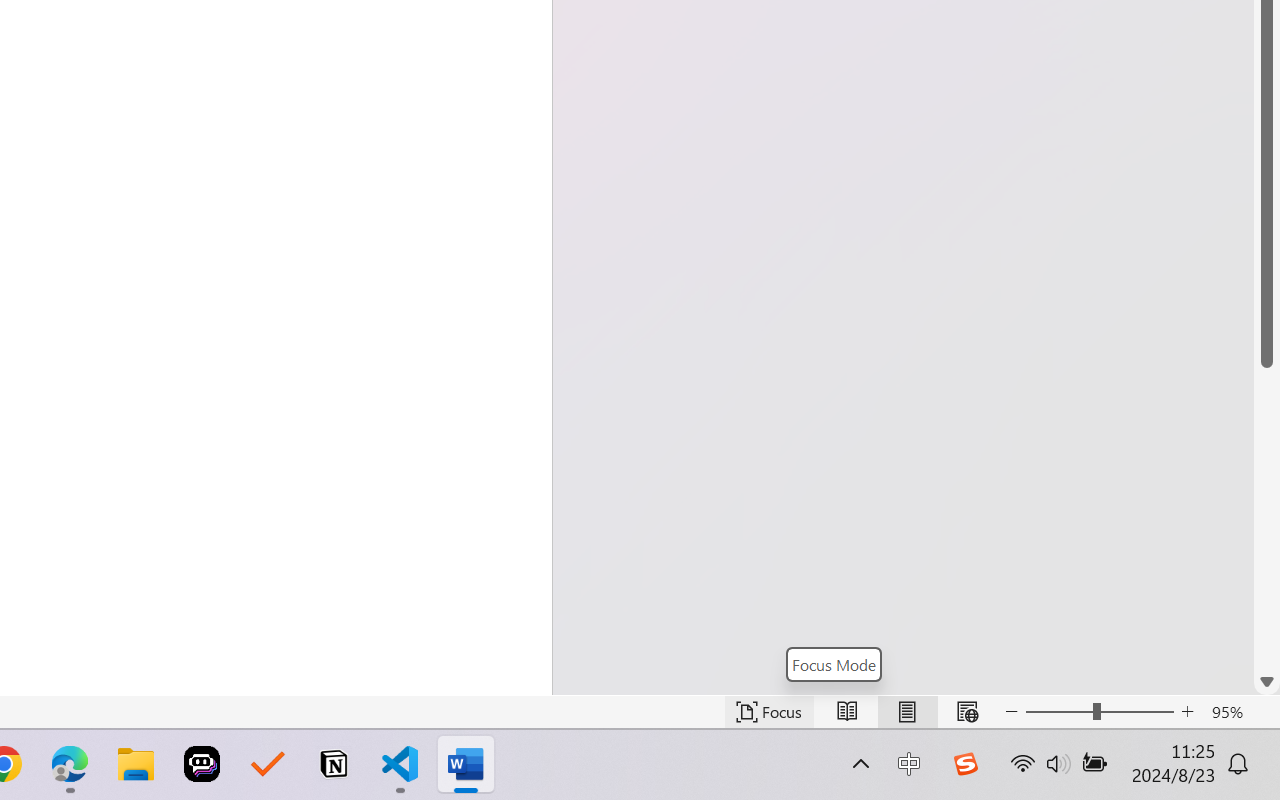 Image resolution: width=1280 pixels, height=800 pixels. Describe the element at coordinates (1266, 682) in the screenshot. I see `'Line down'` at that location.